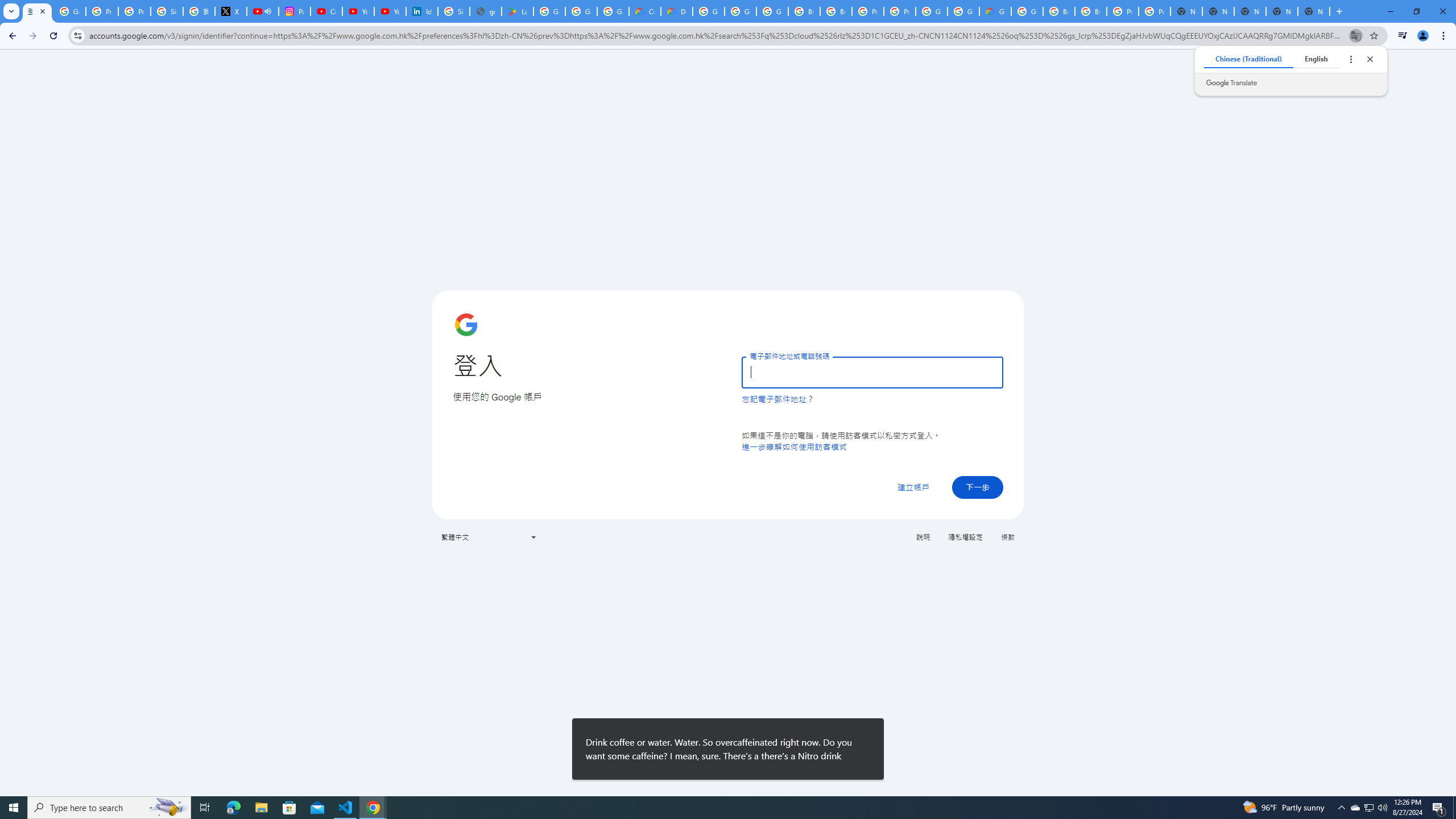 The image size is (1456, 819). What do you see at coordinates (267, 11) in the screenshot?
I see `'Mute tab'` at bounding box center [267, 11].